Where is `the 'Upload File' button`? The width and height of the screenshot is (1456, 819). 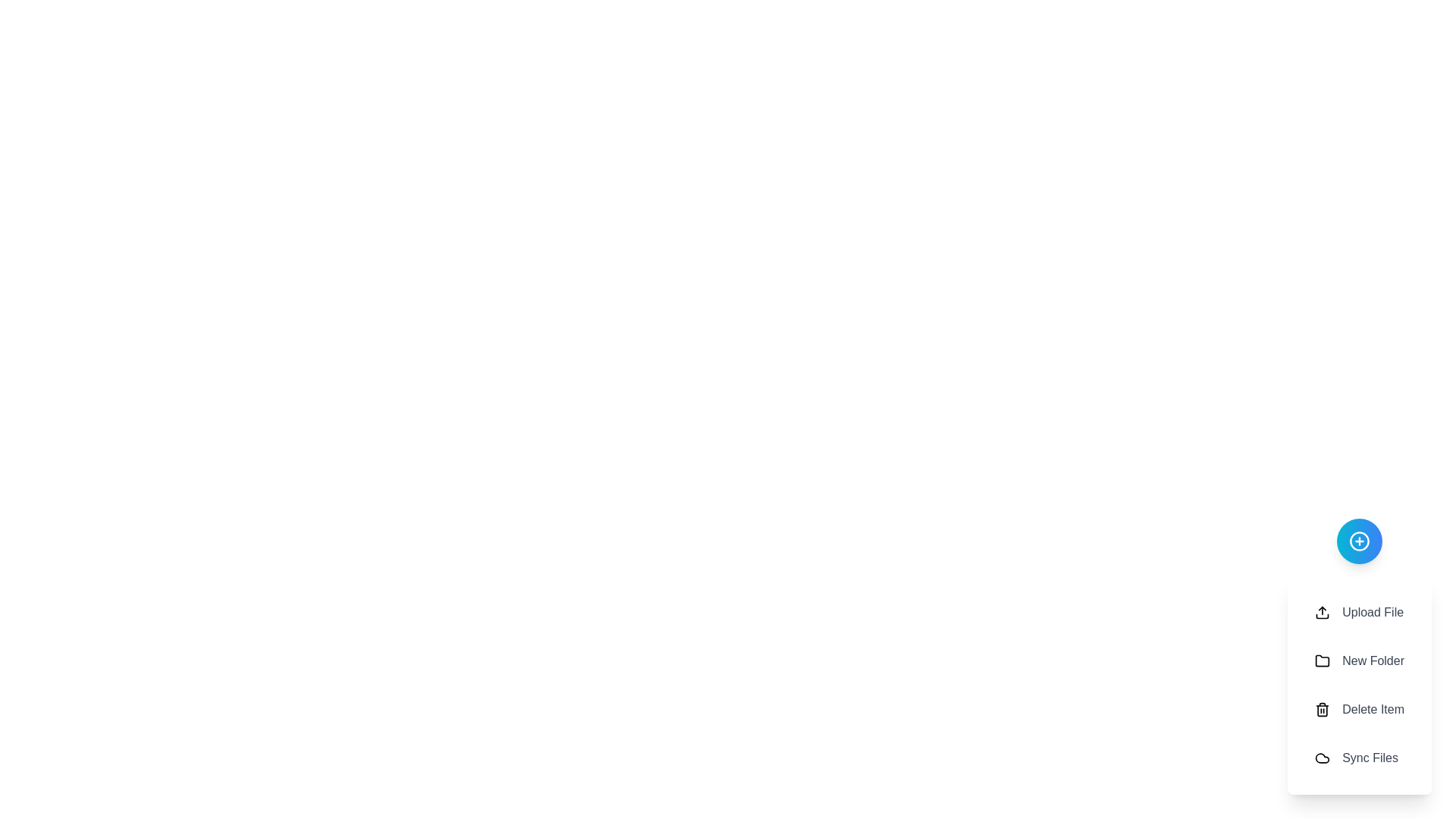
the 'Upload File' button is located at coordinates (1360, 611).